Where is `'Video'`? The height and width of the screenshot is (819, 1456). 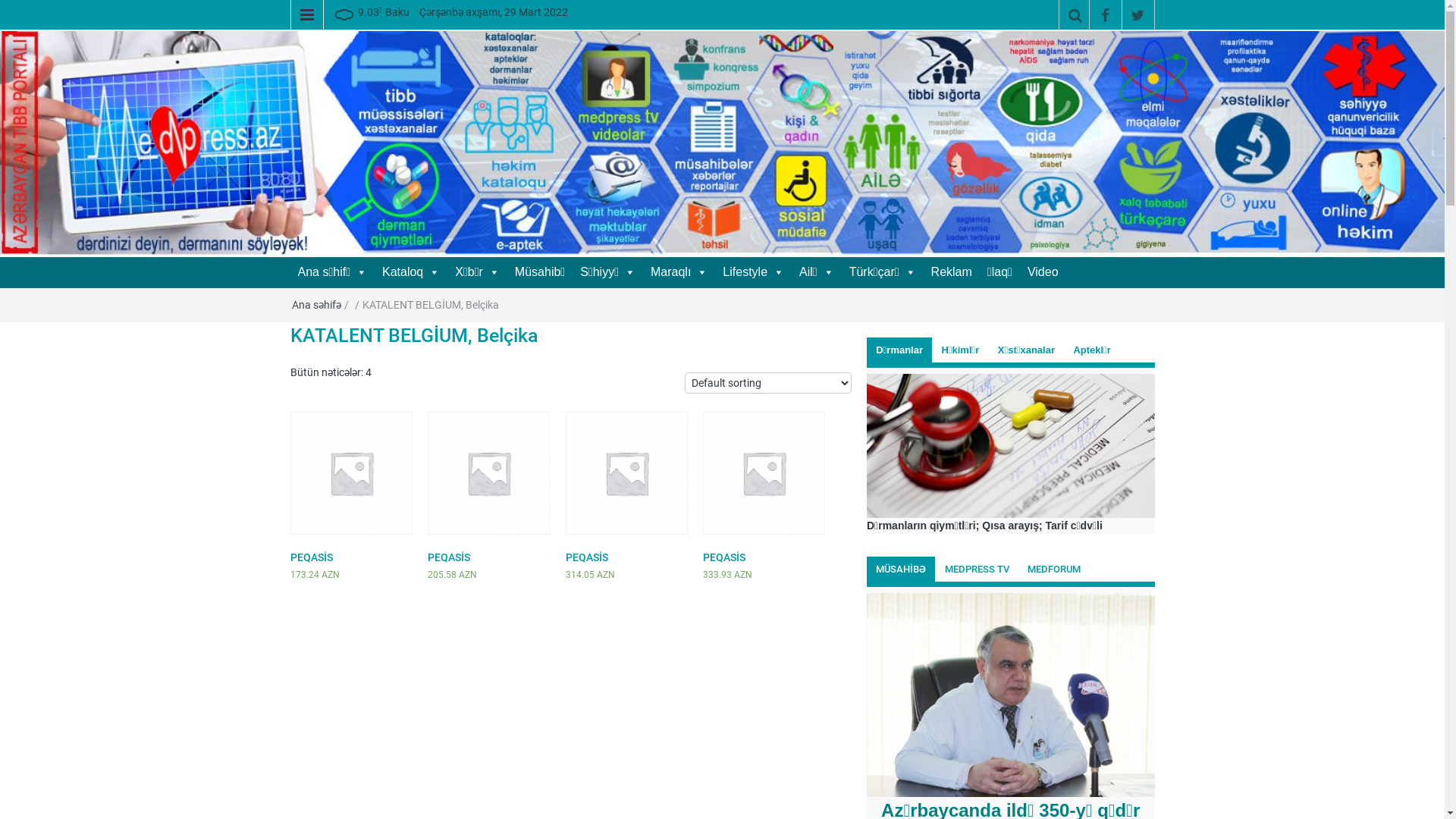 'Video' is located at coordinates (1042, 271).